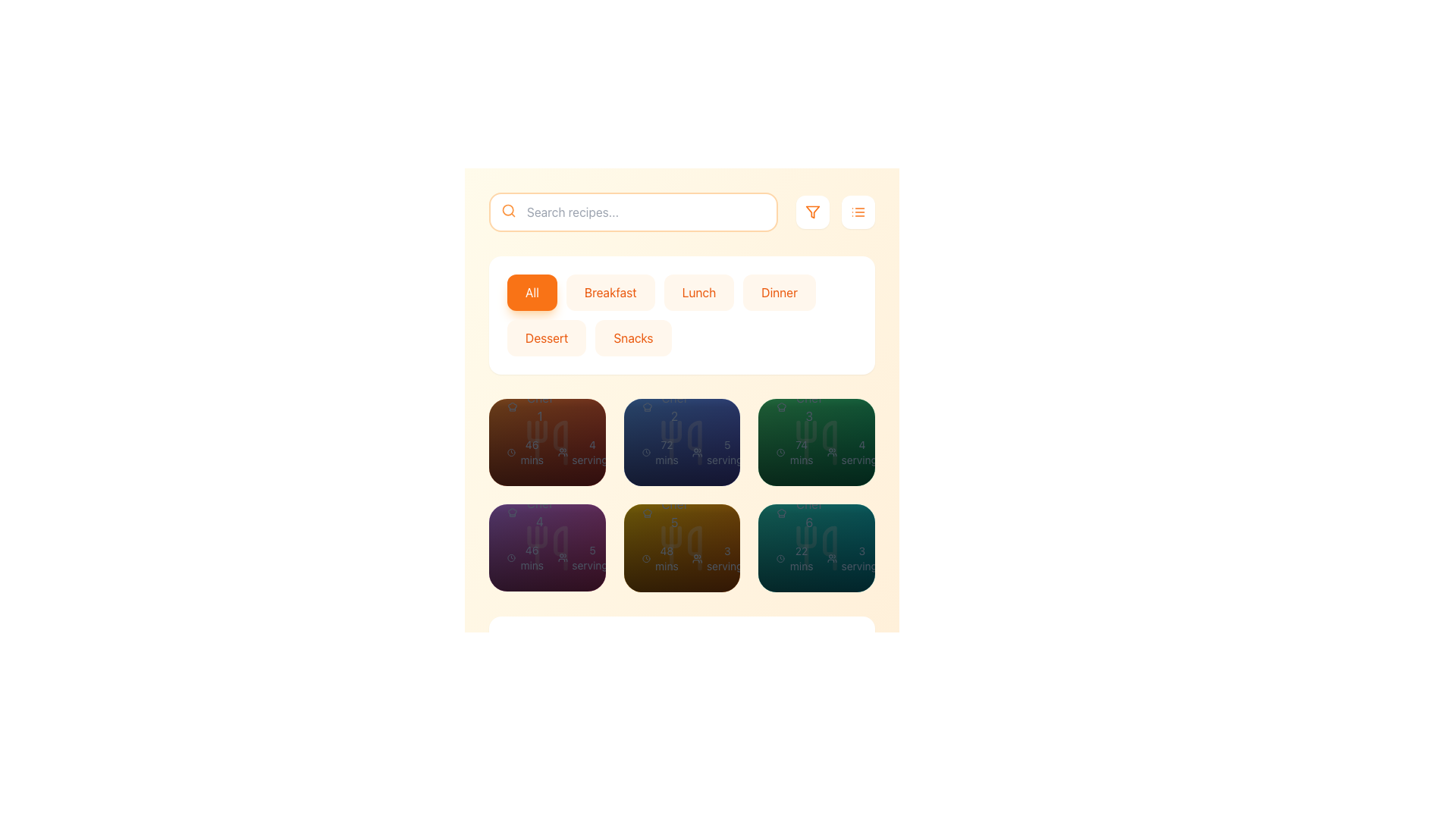 The height and width of the screenshot is (819, 1456). Describe the element at coordinates (771, 442) in the screenshot. I see `the circular button with a pinkish-red background and a white outlined heart icon located at the bottom-right corner of the green card` at that location.